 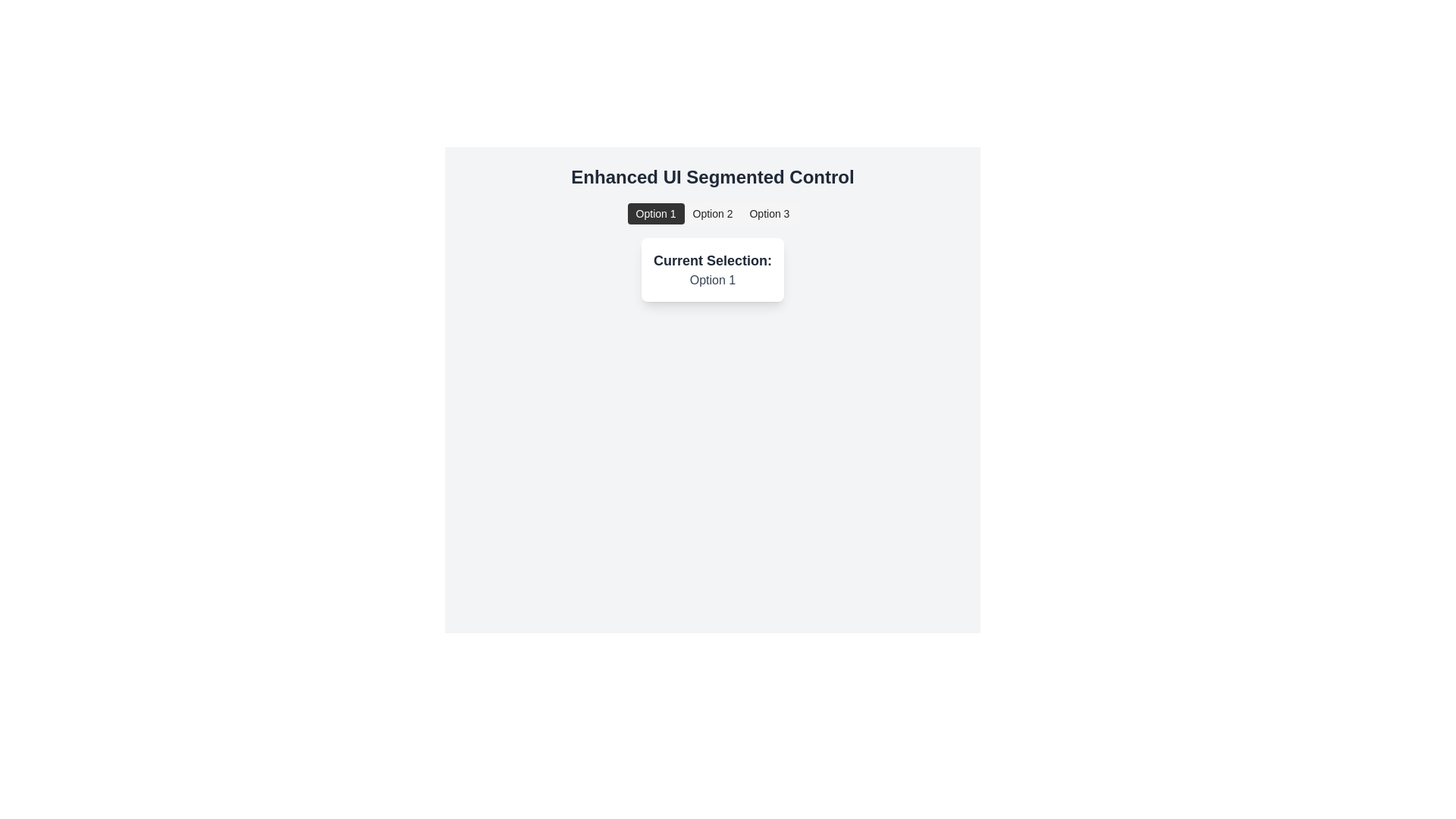 What do you see at coordinates (712, 281) in the screenshot?
I see `the text label that indicates the currently selected option in the segmented selection interface, located below the 'Current Selection:' label` at bounding box center [712, 281].